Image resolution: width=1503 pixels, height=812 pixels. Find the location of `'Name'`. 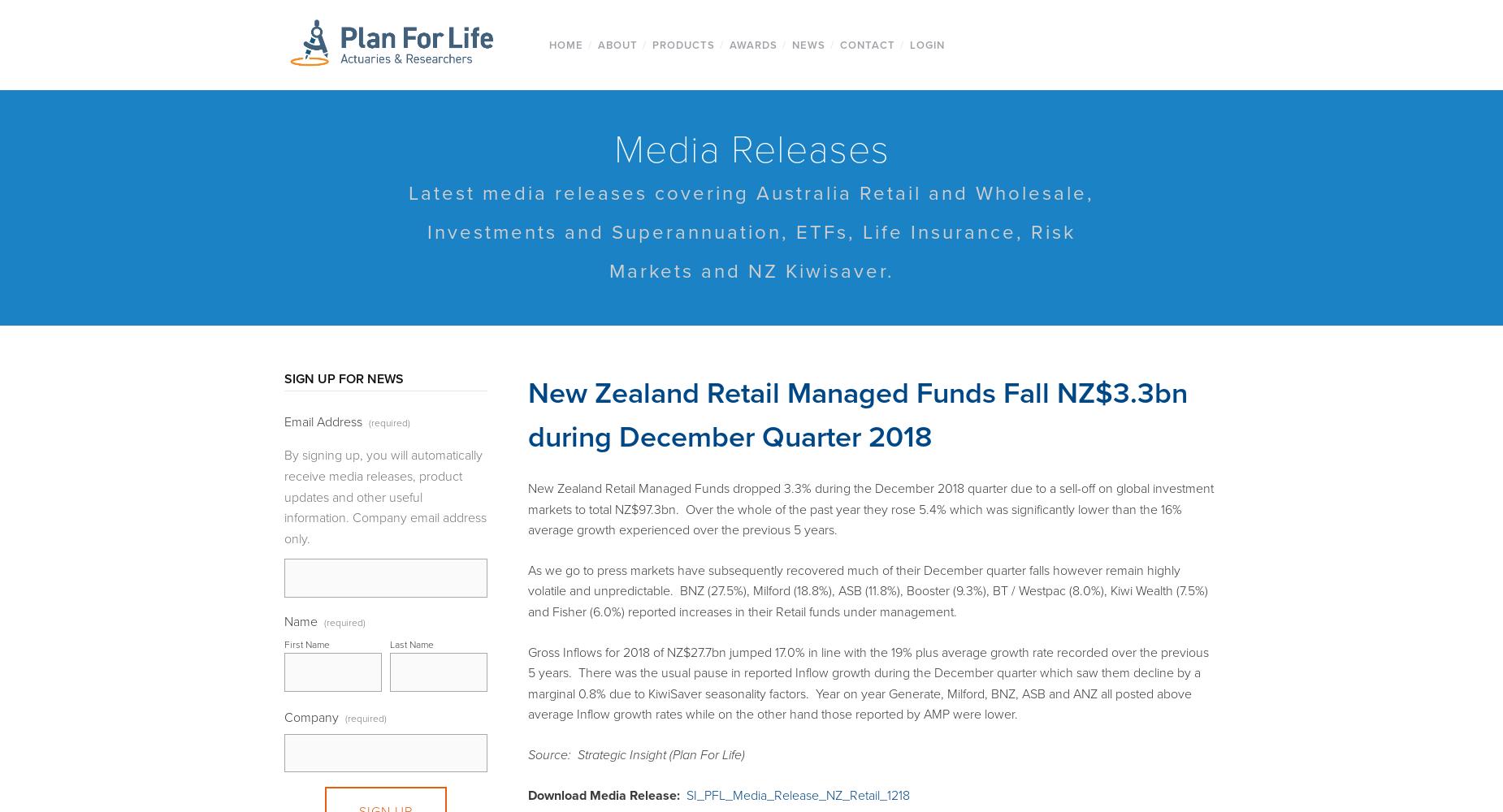

'Name' is located at coordinates (300, 621).